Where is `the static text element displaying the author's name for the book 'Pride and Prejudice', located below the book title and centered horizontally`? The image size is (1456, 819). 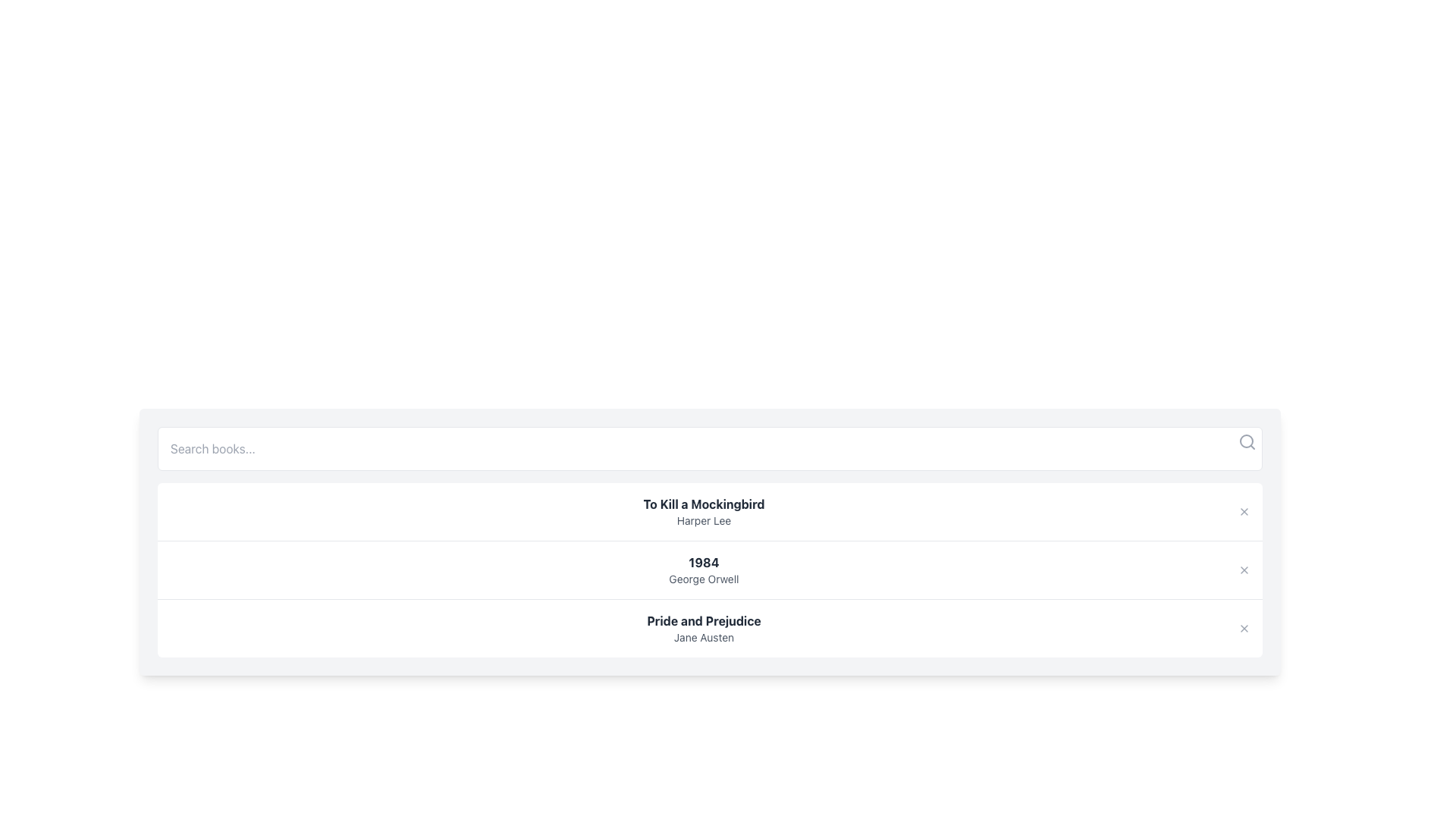
the static text element displaying the author's name for the book 'Pride and Prejudice', located below the book title and centered horizontally is located at coordinates (703, 637).